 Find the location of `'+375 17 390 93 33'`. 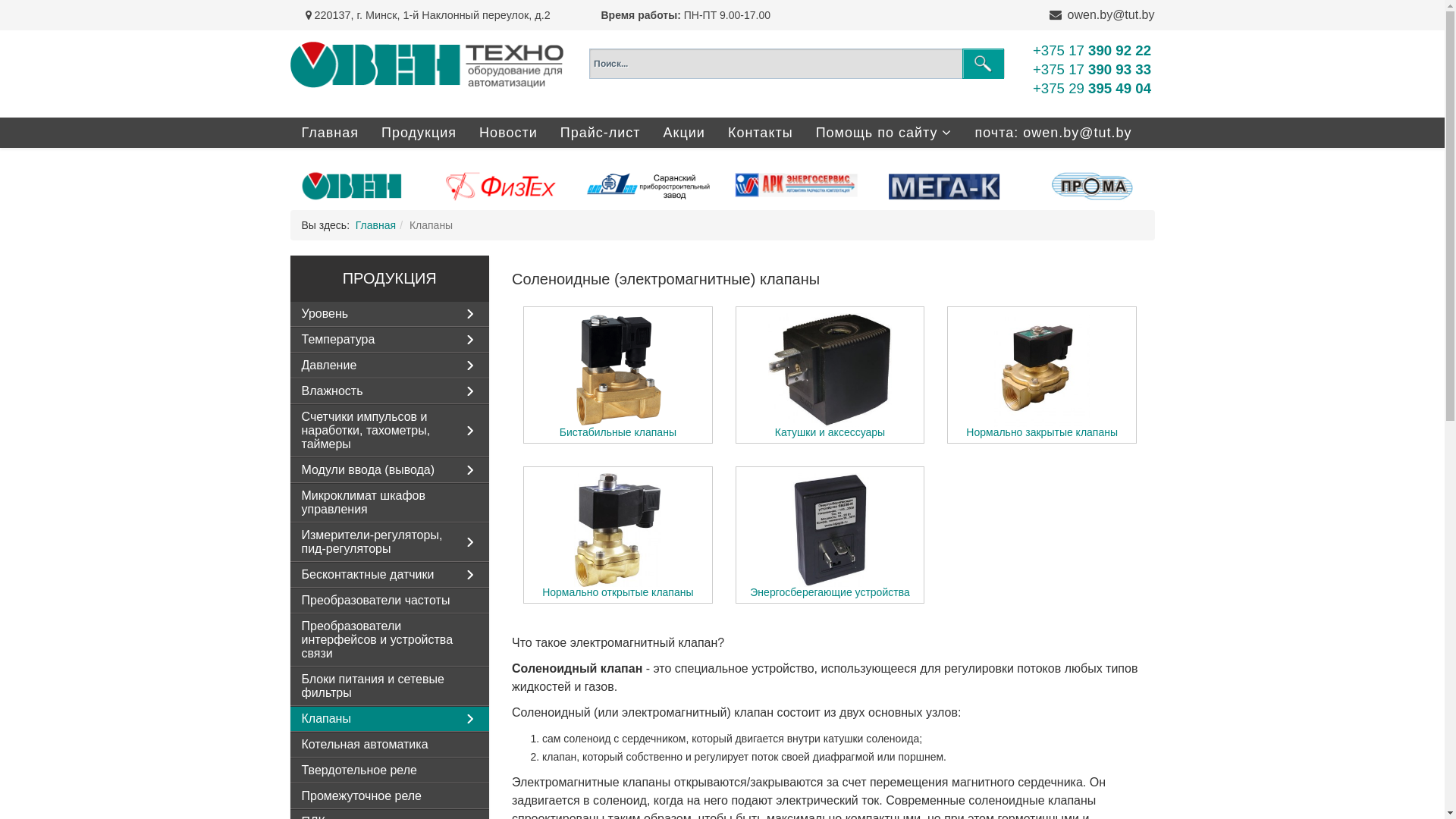

'+375 17 390 93 33' is located at coordinates (1092, 69).